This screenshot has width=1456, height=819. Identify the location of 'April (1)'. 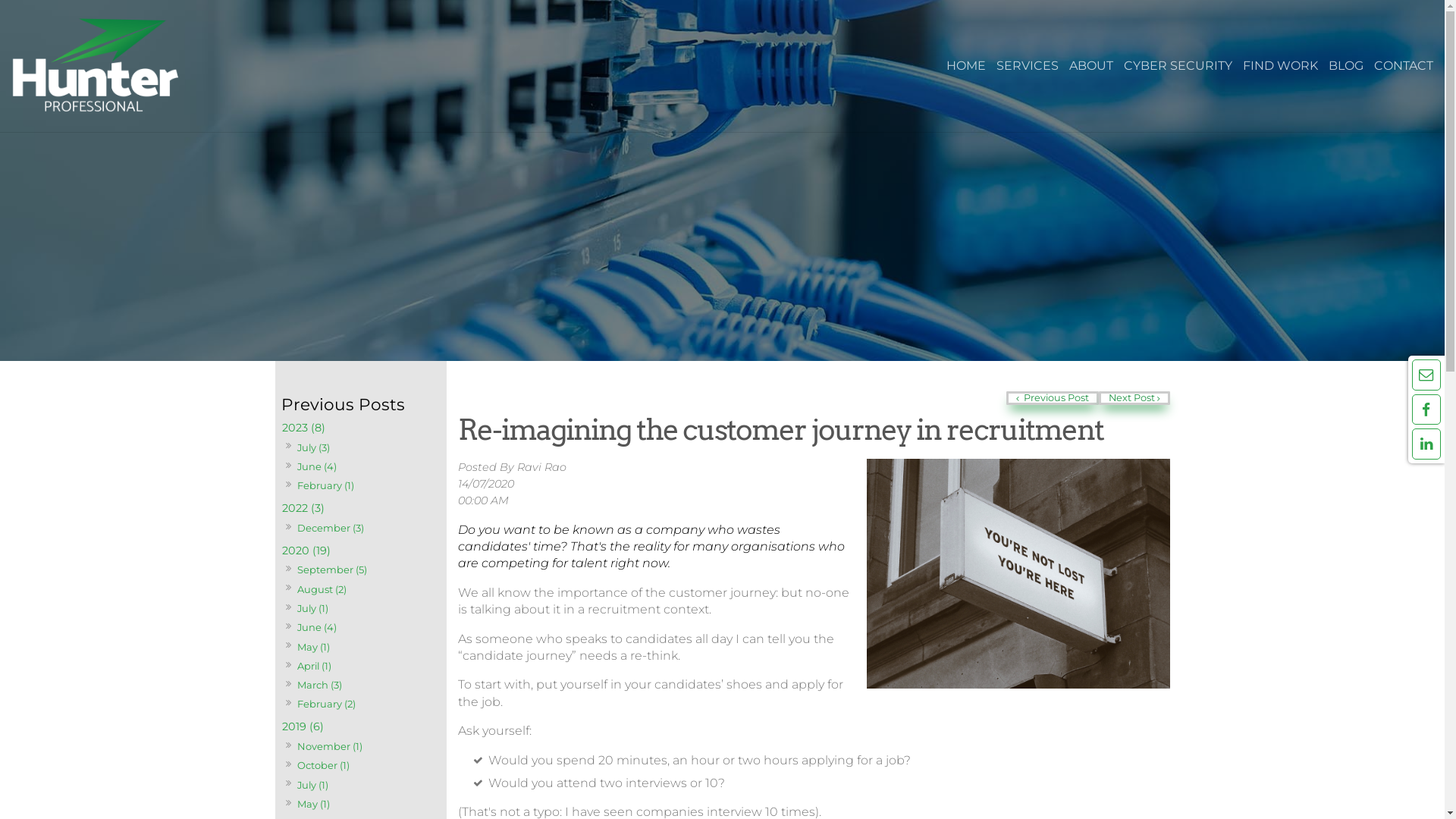
(295, 665).